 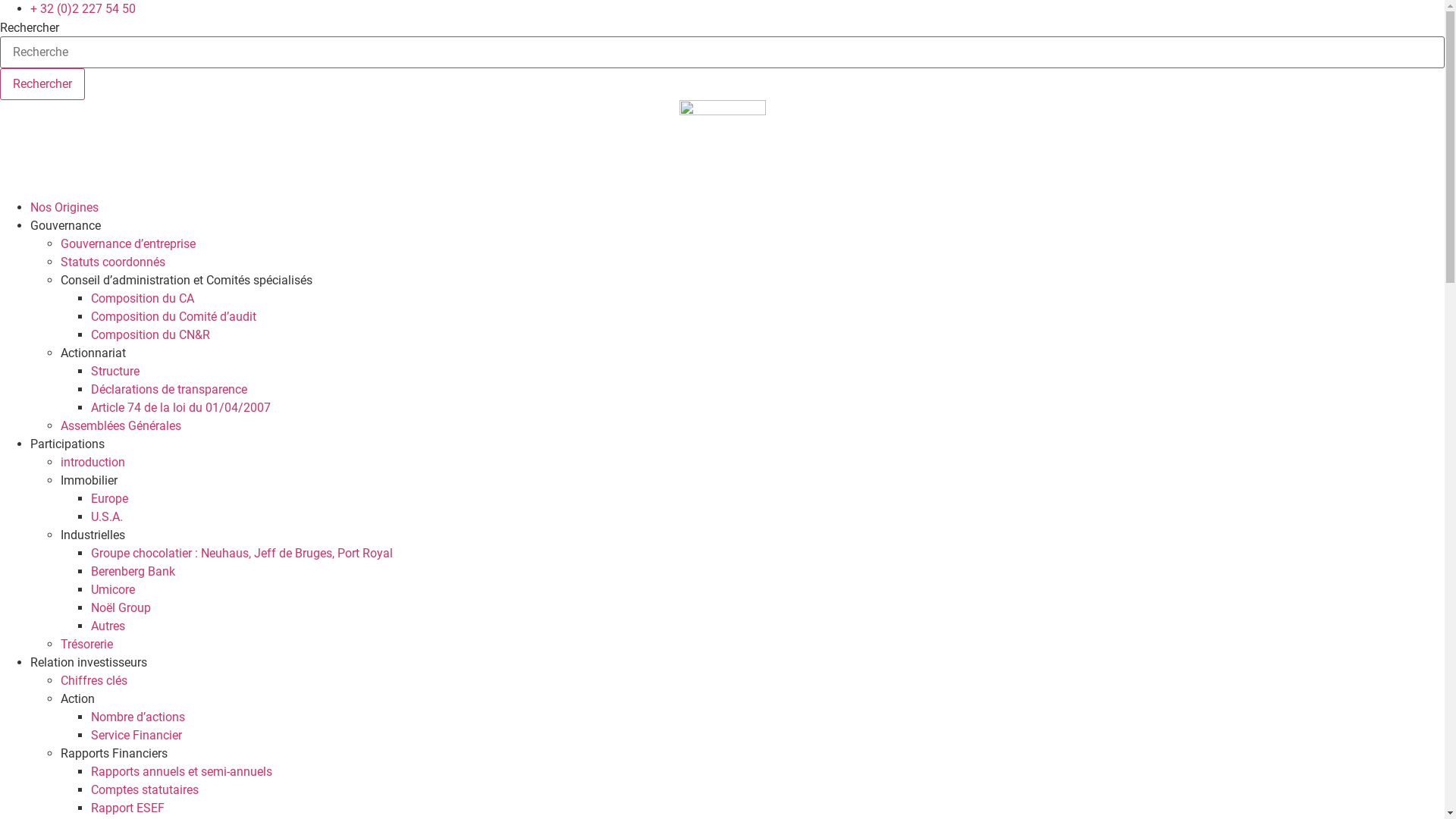 What do you see at coordinates (142, 298) in the screenshot?
I see `'Composition du CA'` at bounding box center [142, 298].